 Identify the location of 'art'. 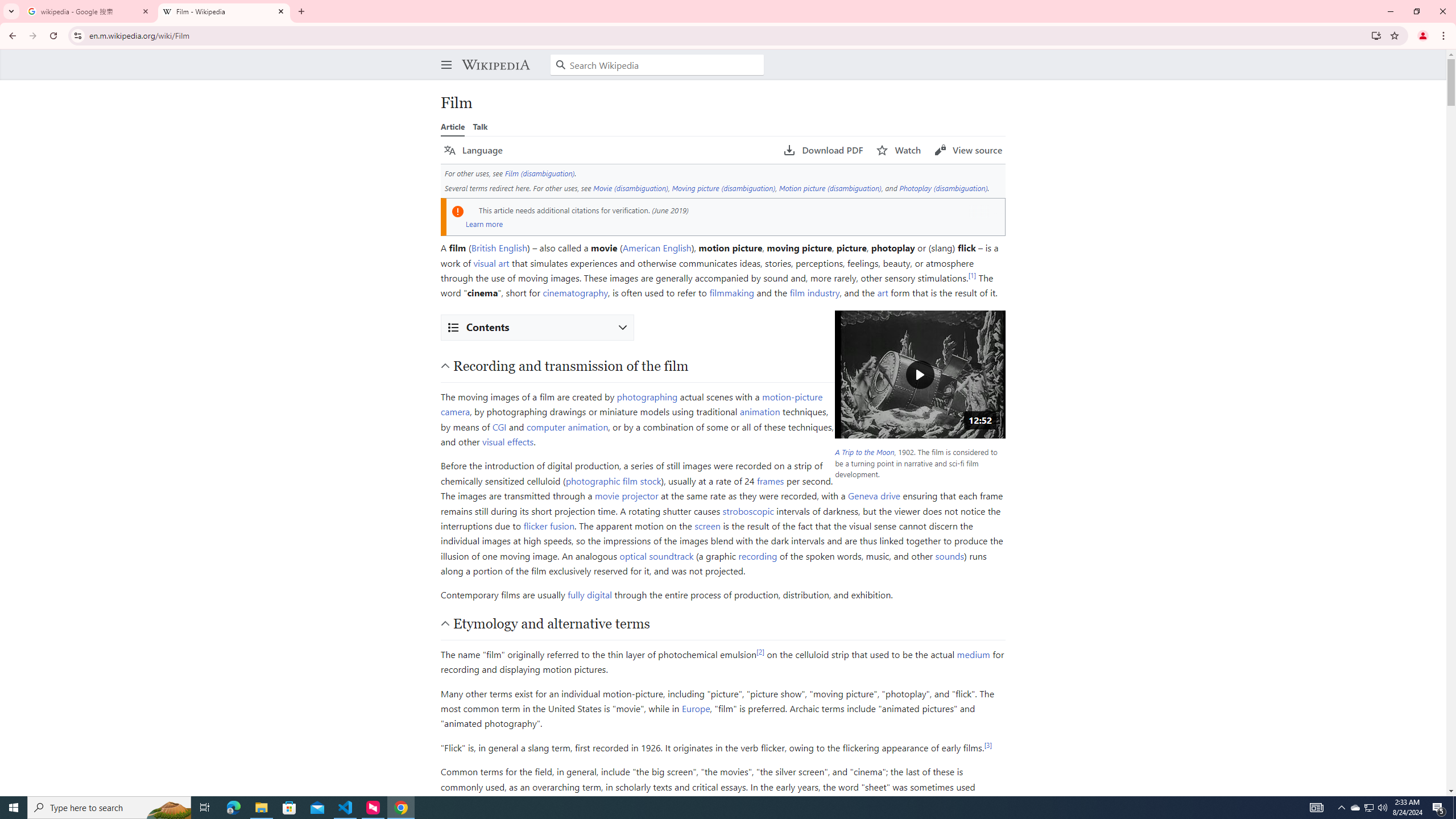
(882, 292).